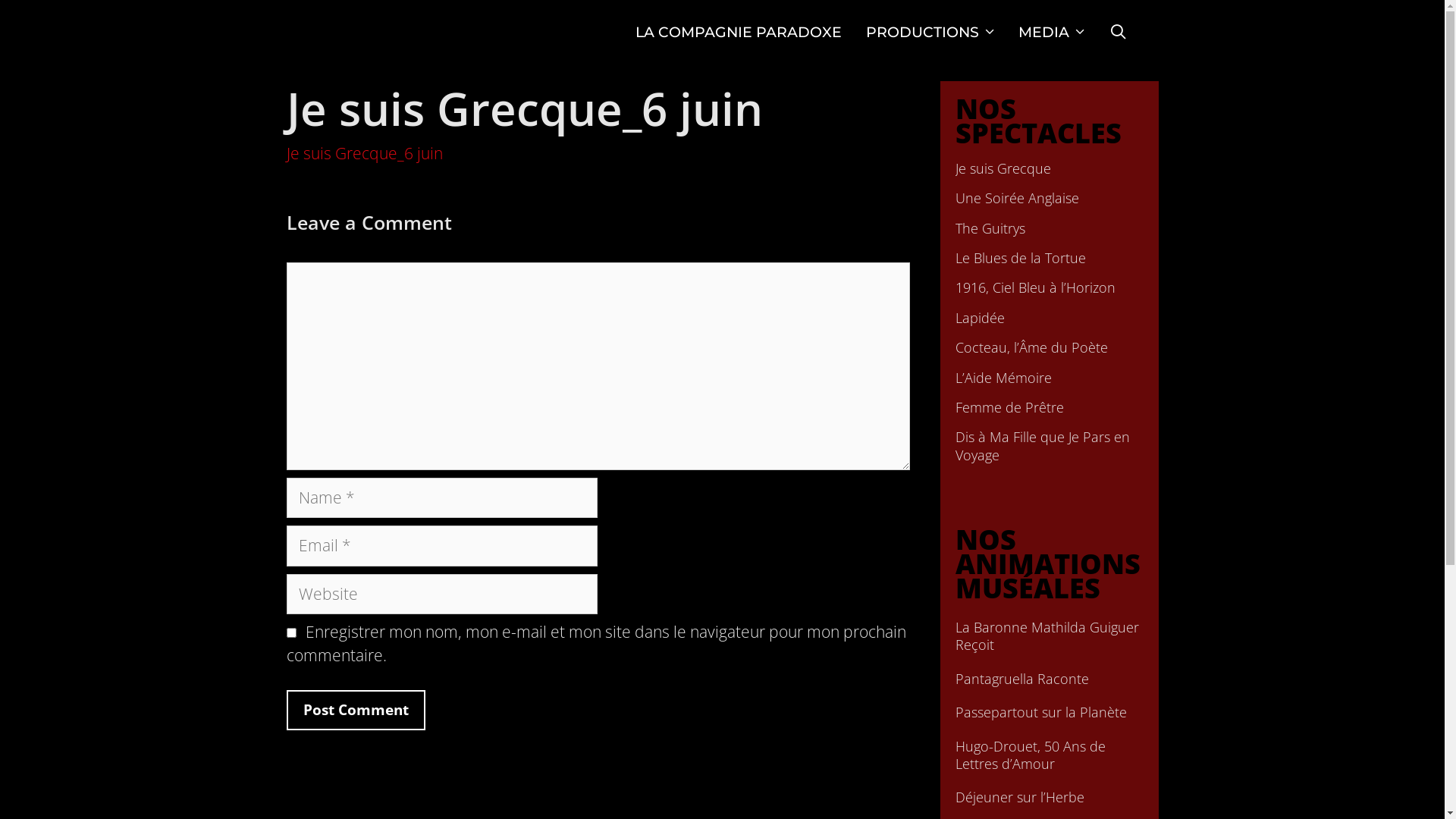  What do you see at coordinates (1117, 32) in the screenshot?
I see `'SEARCH'` at bounding box center [1117, 32].